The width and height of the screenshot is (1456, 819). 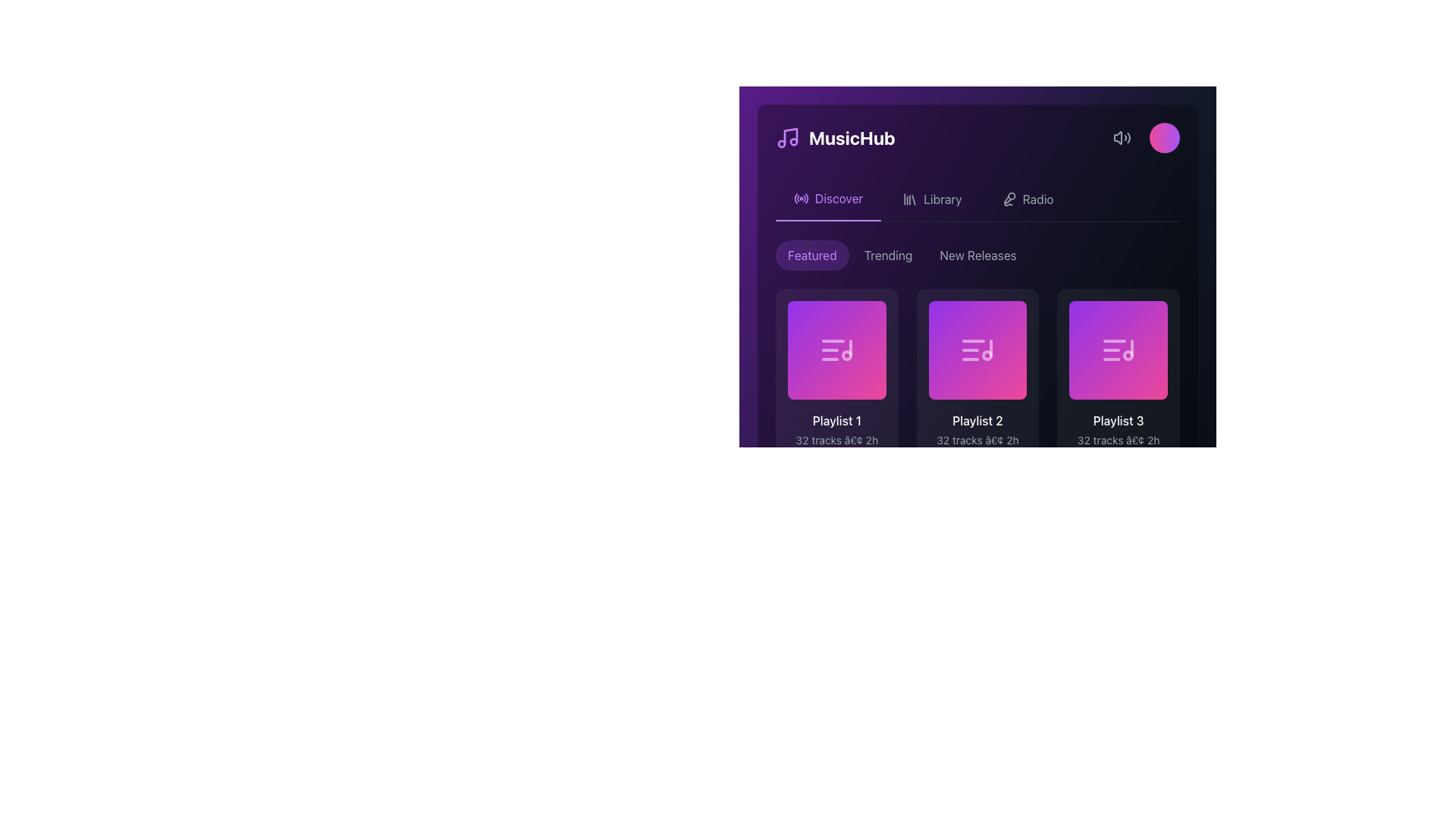 I want to click on the musical note icon in the Playlist 3 card, so click(x=1119, y=350).